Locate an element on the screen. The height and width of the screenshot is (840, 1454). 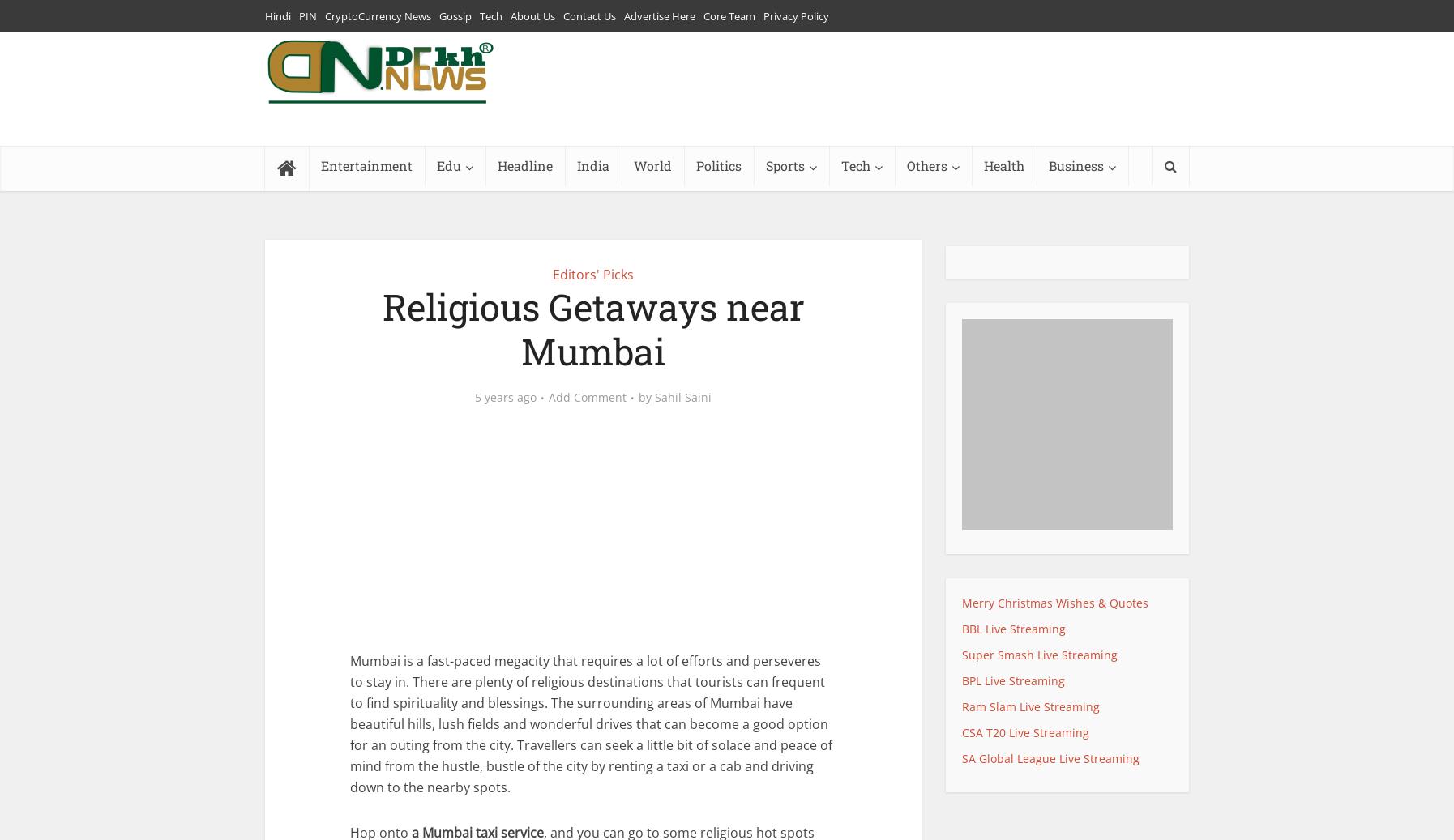
'5 years ago' is located at coordinates (505, 395).